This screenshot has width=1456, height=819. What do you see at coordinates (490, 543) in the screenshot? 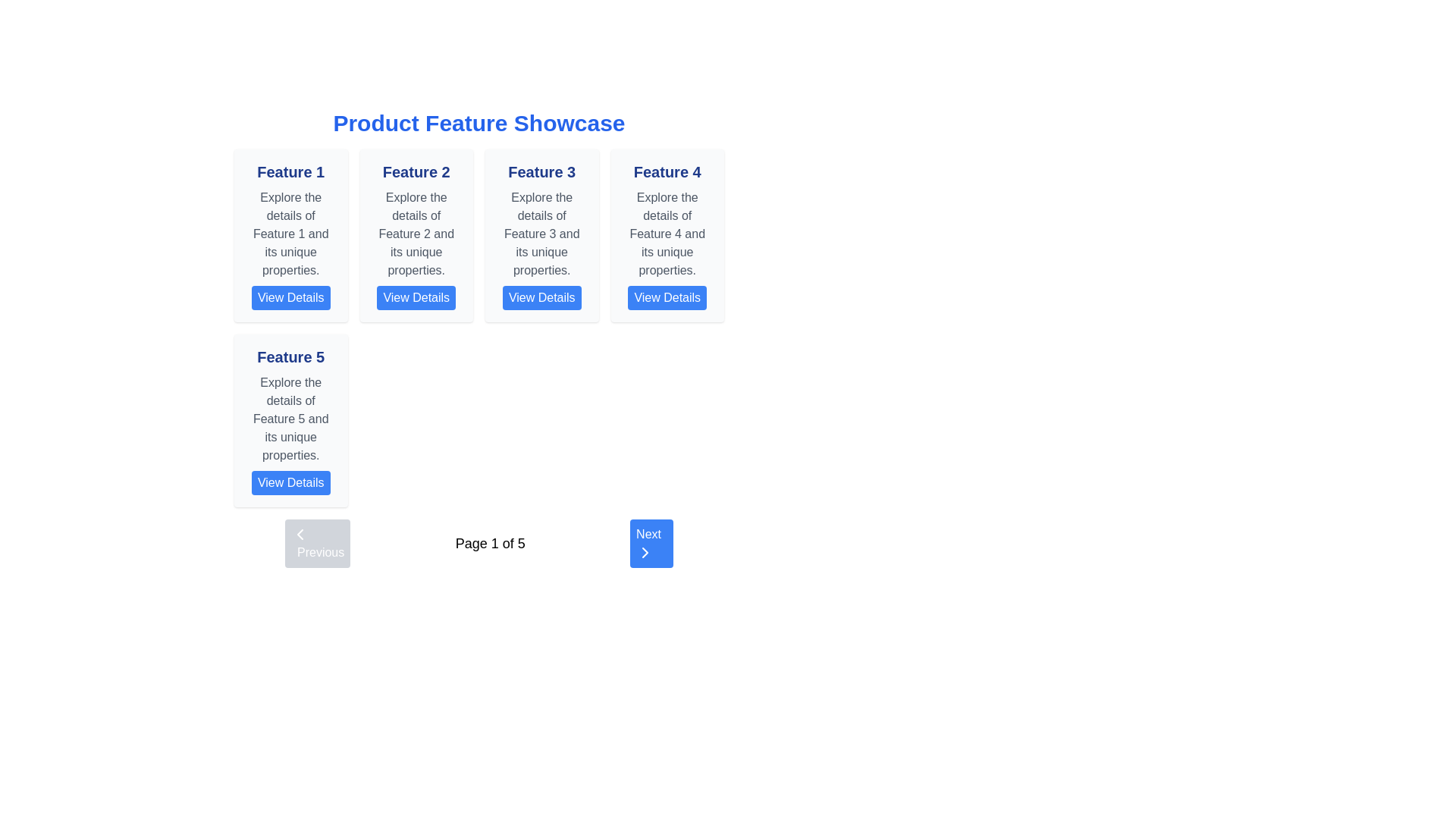
I see `the informational text element that displays the current page number in the pagination section, located between the 'Previous' and 'Next' buttons` at bounding box center [490, 543].